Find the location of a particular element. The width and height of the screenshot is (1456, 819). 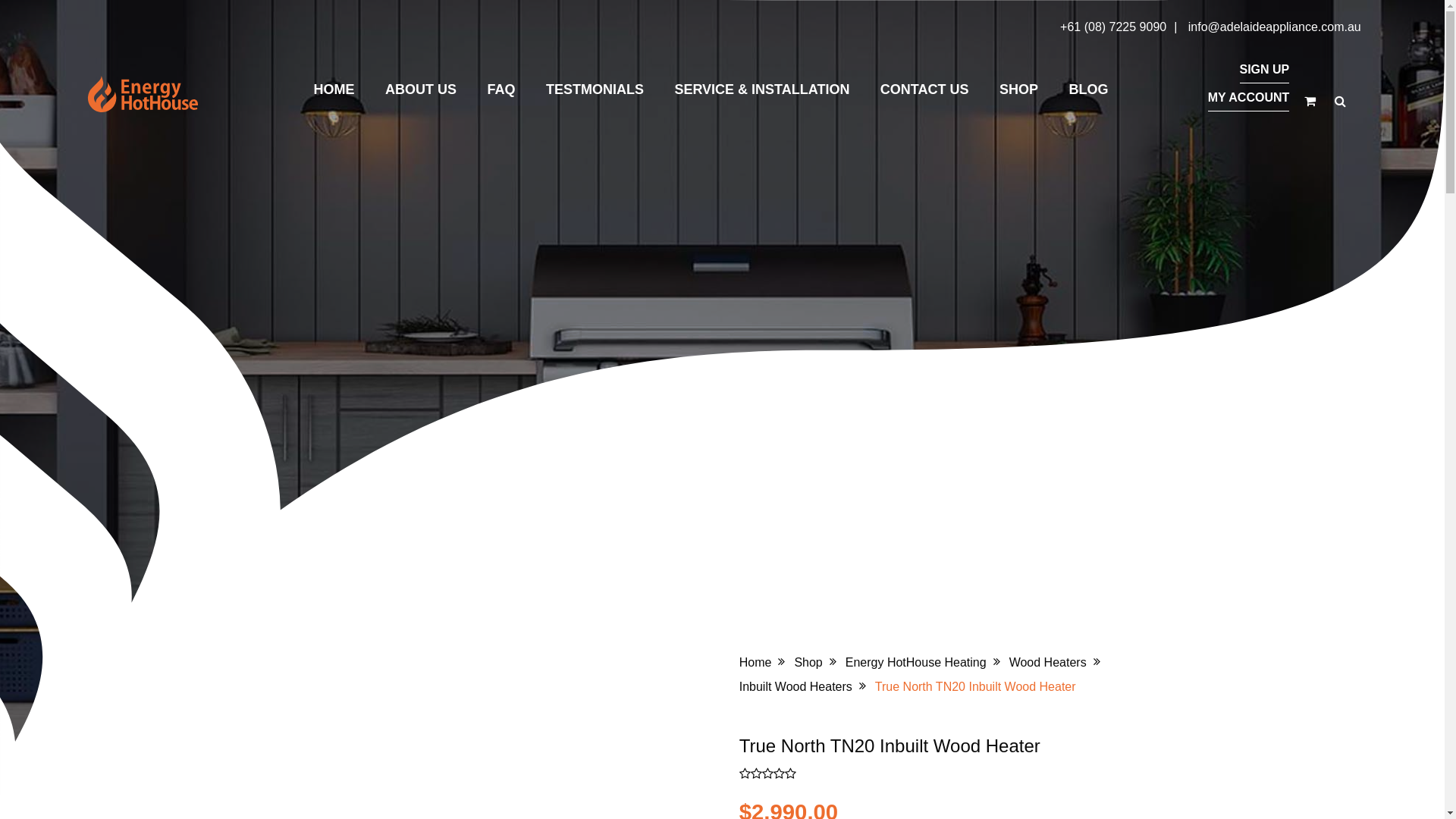

'SIGN UP' is located at coordinates (1238, 70).